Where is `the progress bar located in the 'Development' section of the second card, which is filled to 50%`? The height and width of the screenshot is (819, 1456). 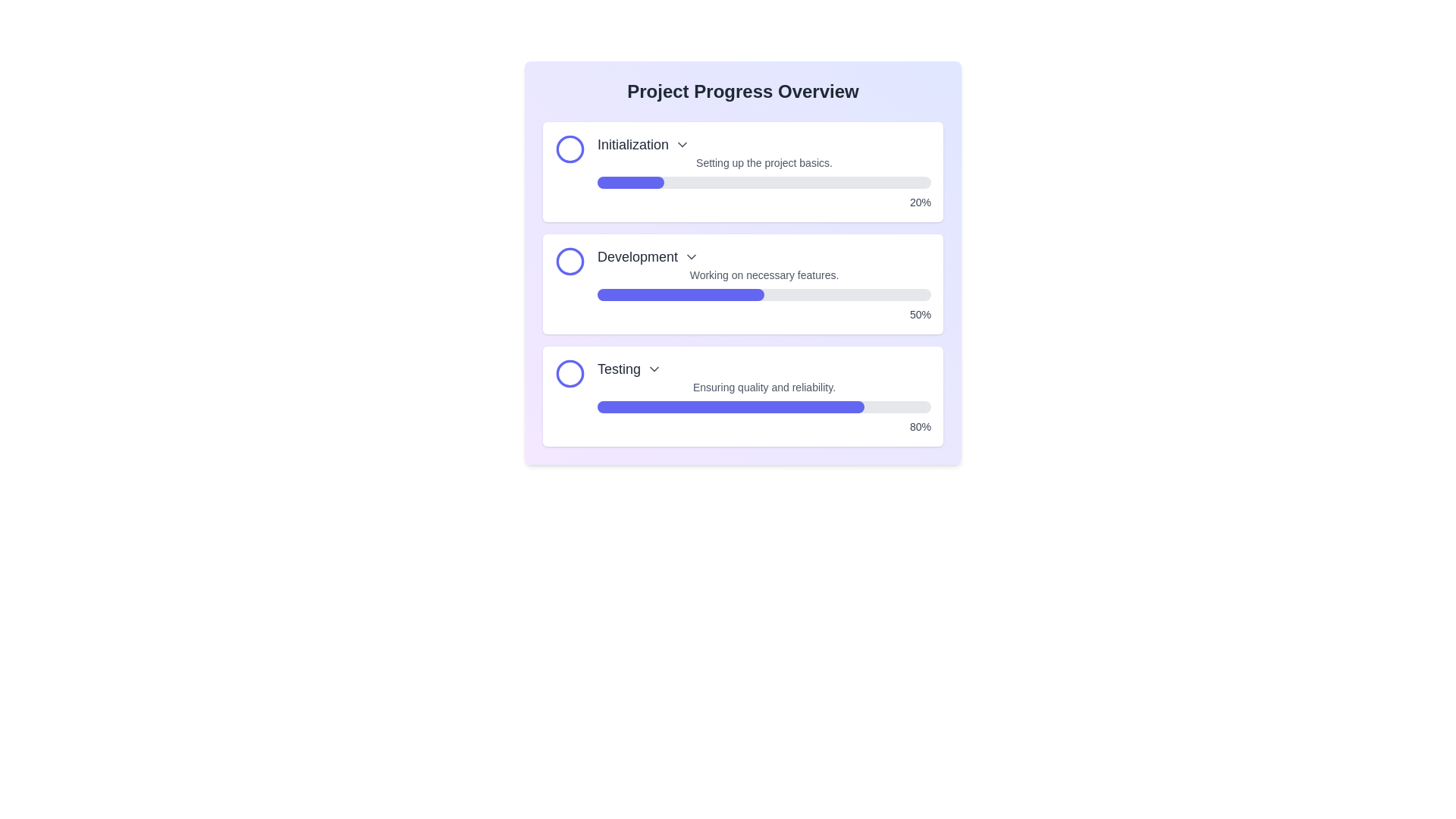
the progress bar located in the 'Development' section of the second card, which is filled to 50% is located at coordinates (764, 295).